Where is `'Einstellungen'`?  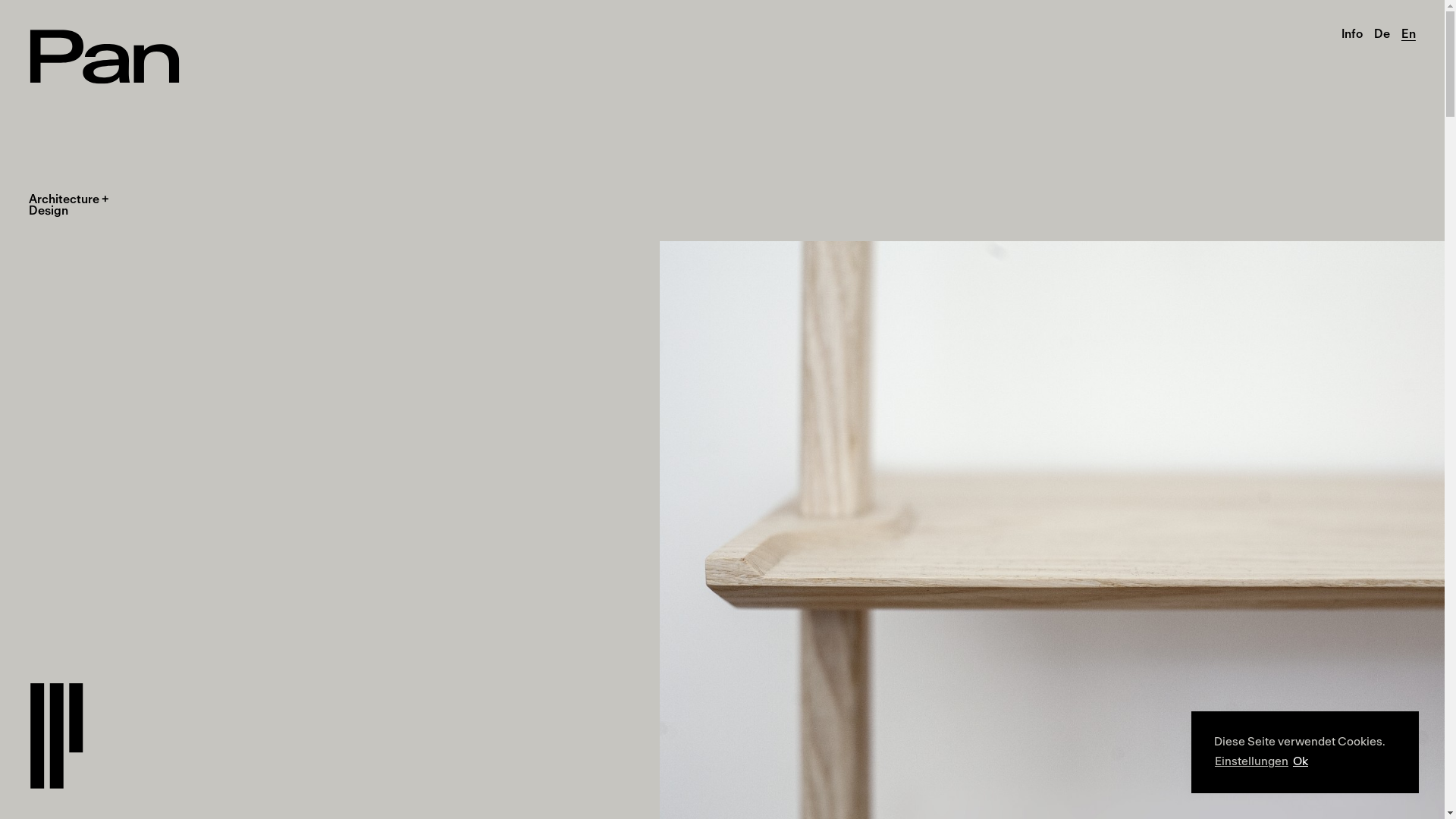
'Einstellungen' is located at coordinates (1215, 762).